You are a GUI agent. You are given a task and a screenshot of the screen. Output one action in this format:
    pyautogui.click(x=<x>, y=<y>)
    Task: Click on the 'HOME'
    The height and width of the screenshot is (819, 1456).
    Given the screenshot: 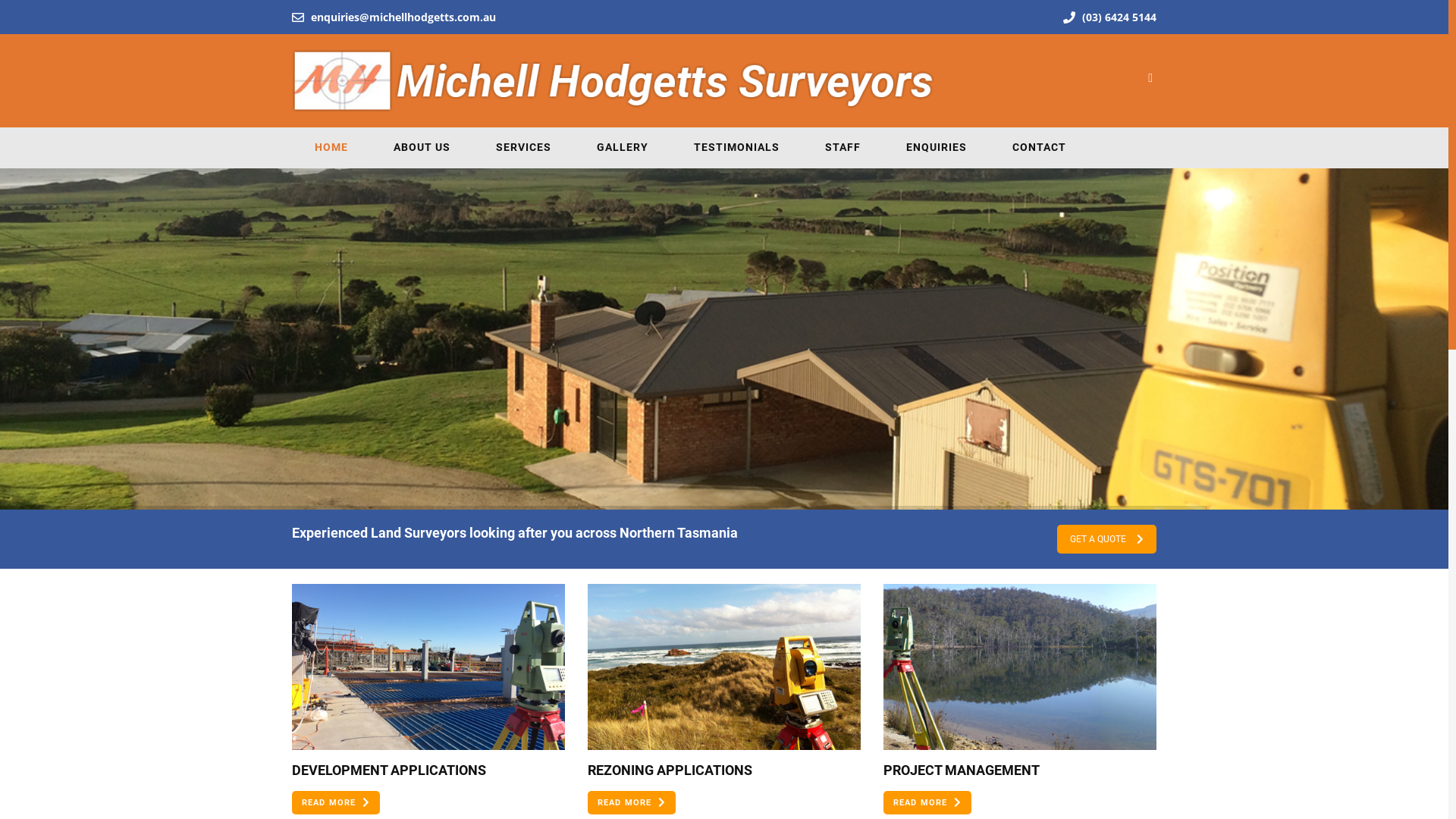 What is the action you would take?
    pyautogui.click(x=291, y=147)
    